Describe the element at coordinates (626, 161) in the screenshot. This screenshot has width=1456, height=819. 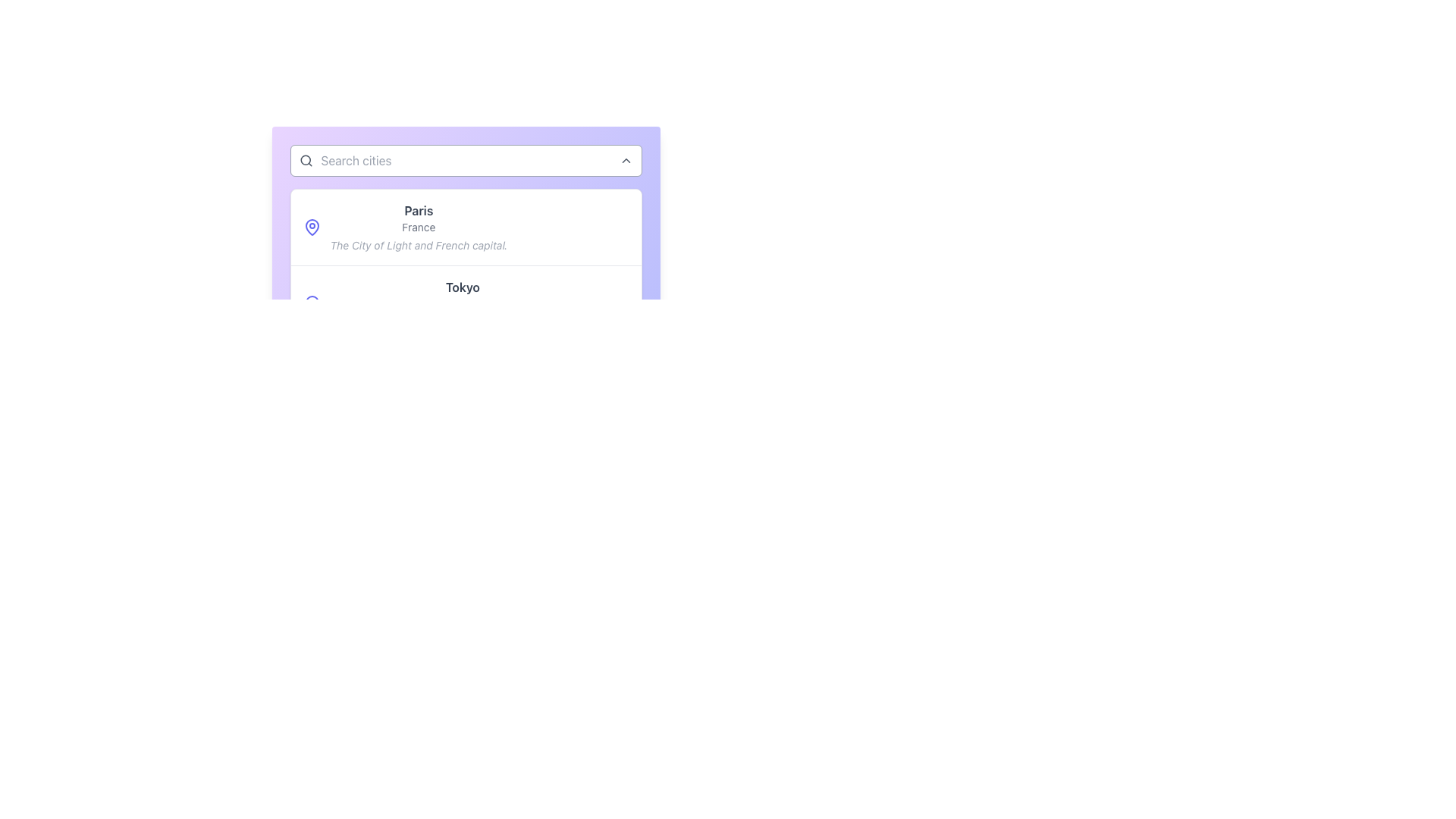
I see `the button that collapses or minimizes the expanded dropdown or search results menu, located at the top-right corner of the input field` at that location.